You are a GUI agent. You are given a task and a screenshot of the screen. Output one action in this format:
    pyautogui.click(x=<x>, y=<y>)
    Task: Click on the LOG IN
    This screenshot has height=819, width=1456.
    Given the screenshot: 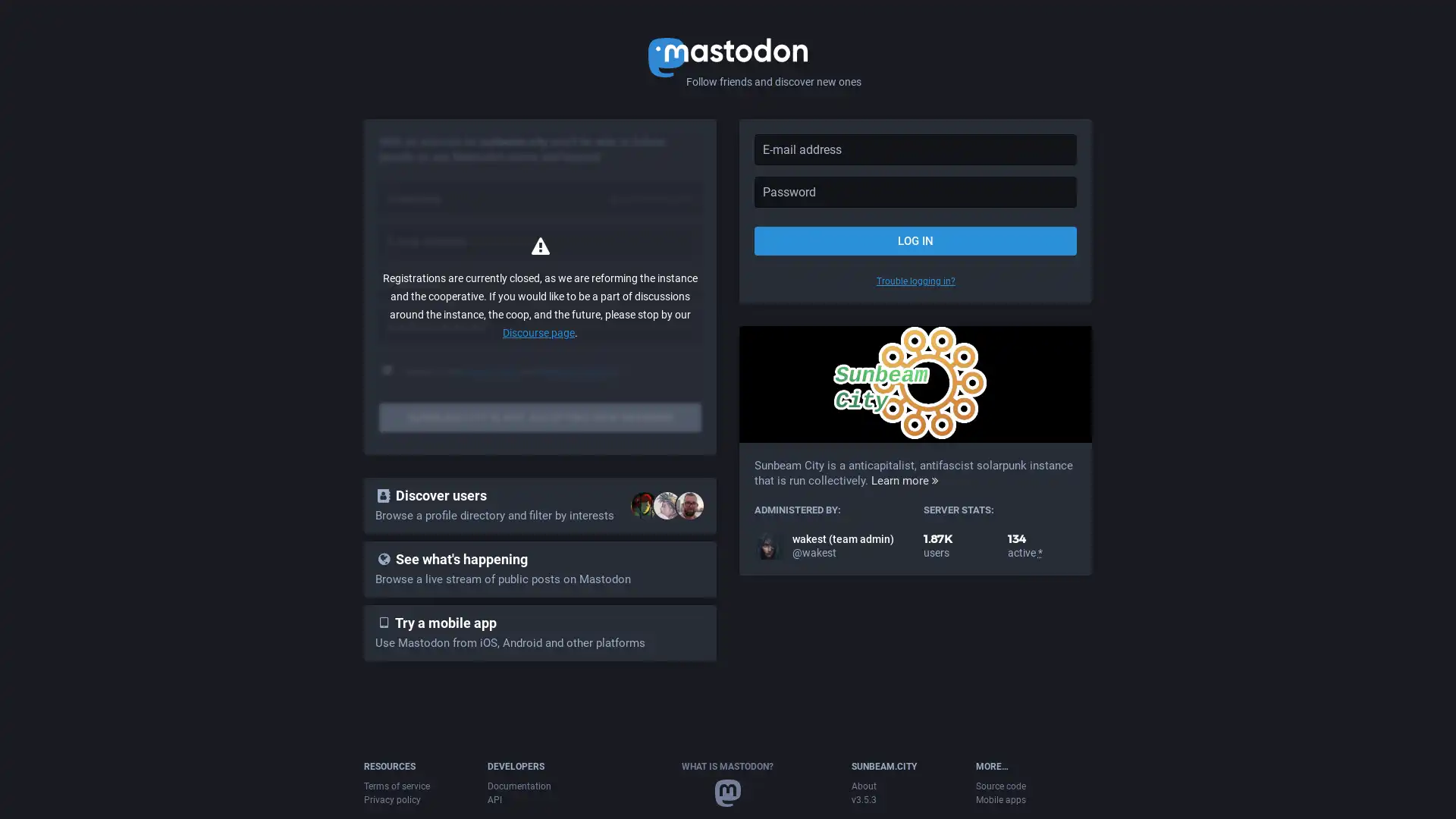 What is the action you would take?
    pyautogui.click(x=915, y=240)
    